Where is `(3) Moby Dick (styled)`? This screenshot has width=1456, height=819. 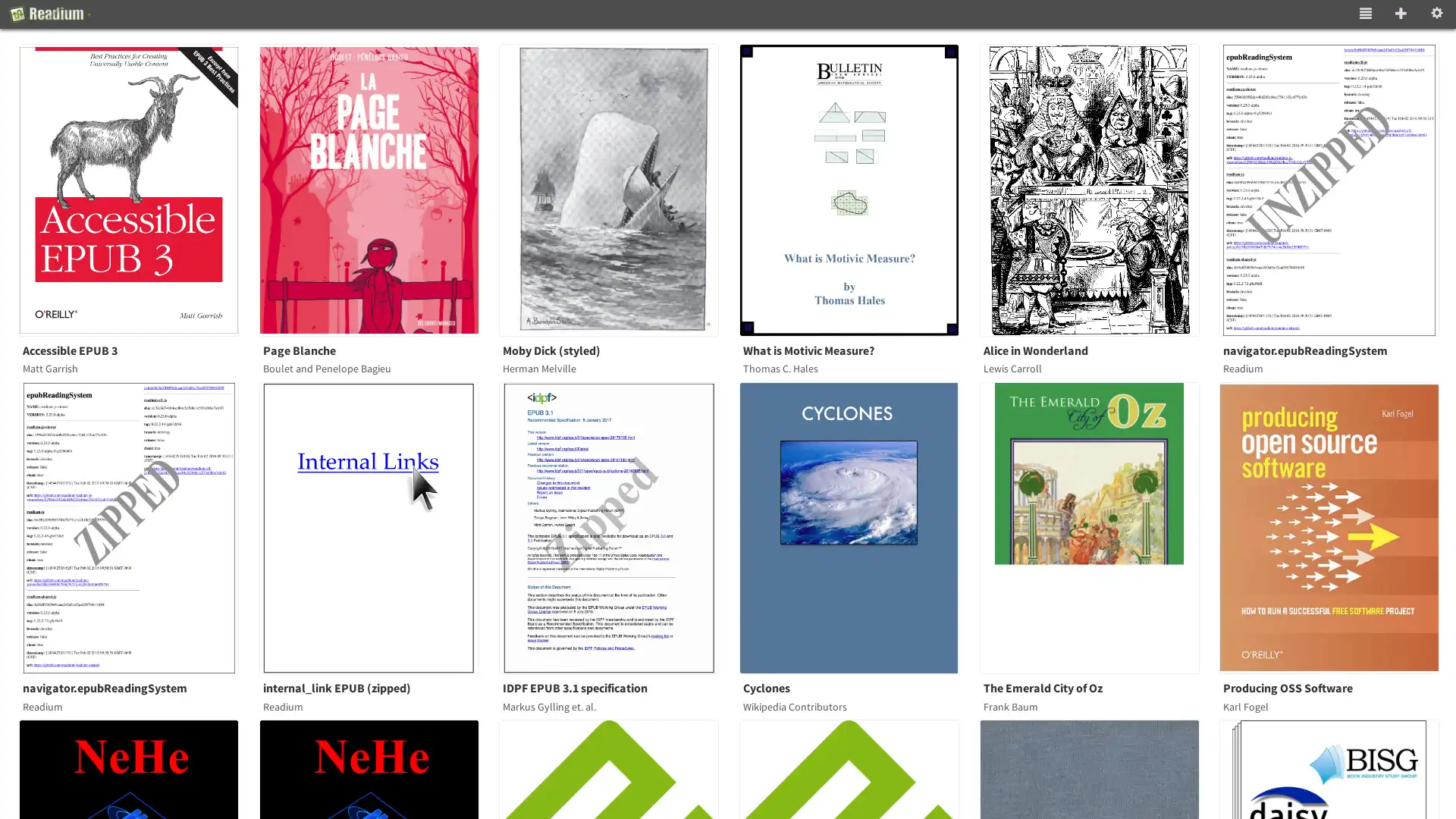 (3) Moby Dick (styled) is located at coordinates (618, 189).